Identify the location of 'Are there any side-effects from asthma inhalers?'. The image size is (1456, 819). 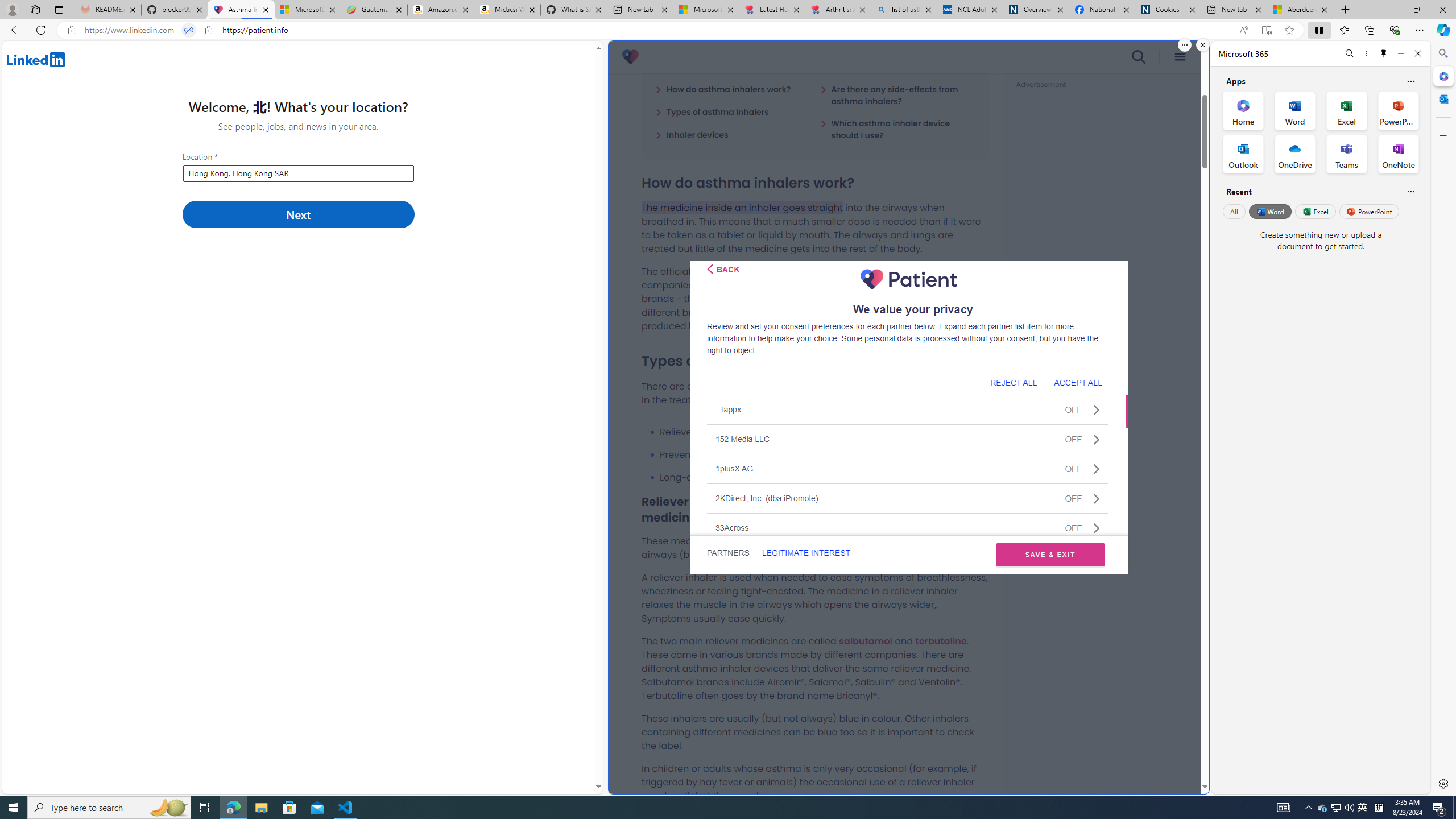
(897, 94).